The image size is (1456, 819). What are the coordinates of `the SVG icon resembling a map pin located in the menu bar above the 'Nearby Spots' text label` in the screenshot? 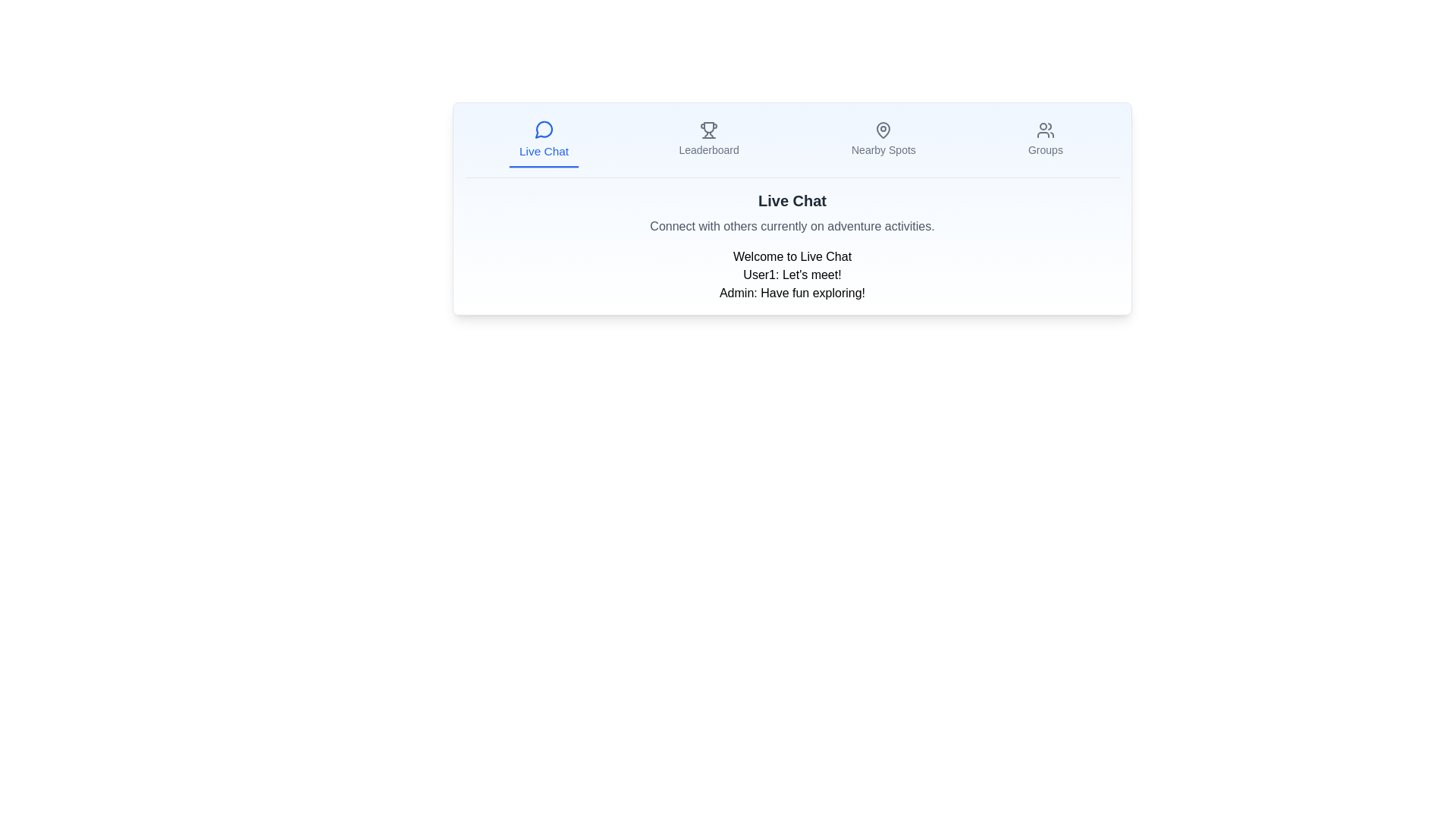 It's located at (883, 130).